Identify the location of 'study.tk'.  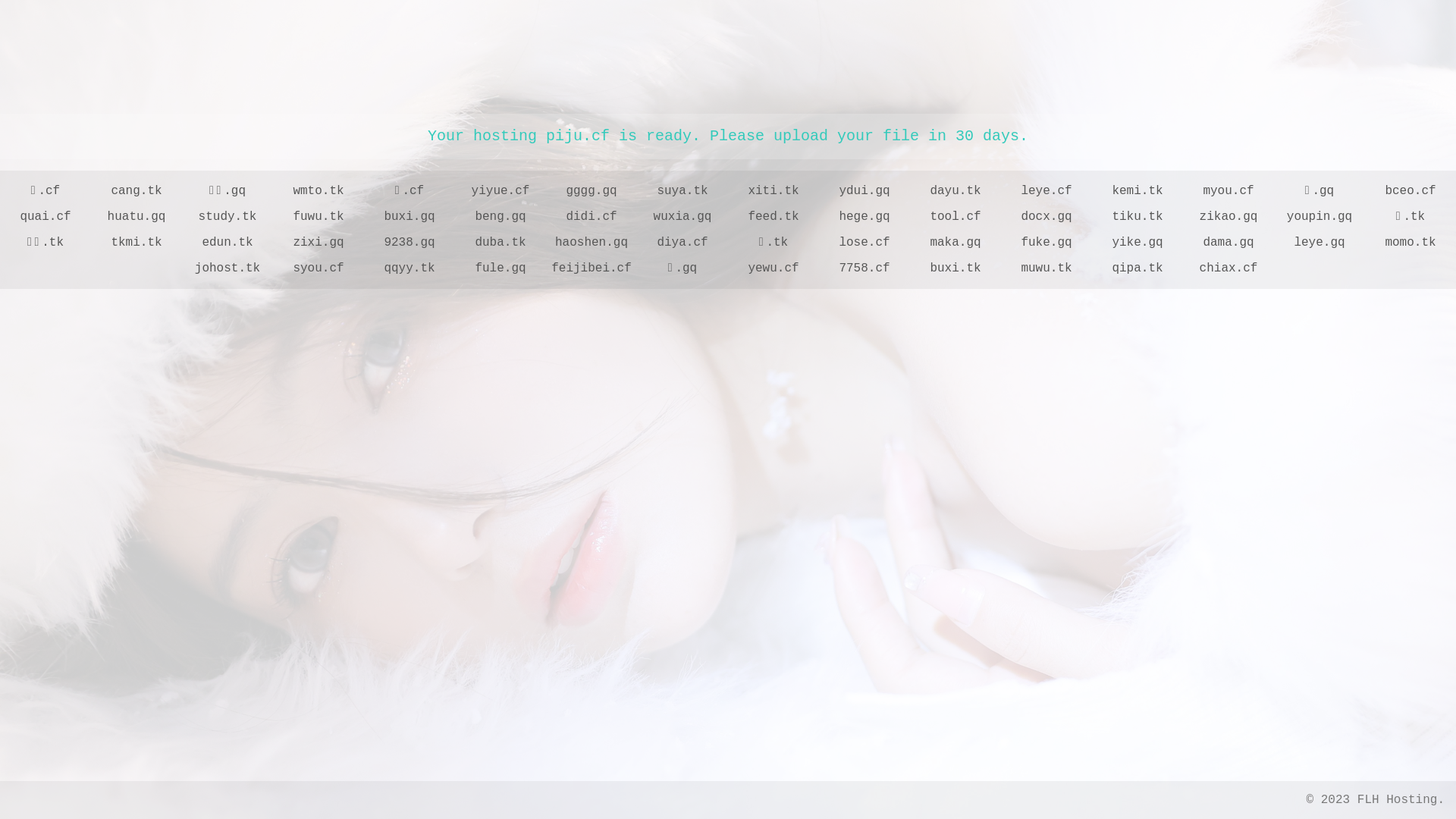
(226, 216).